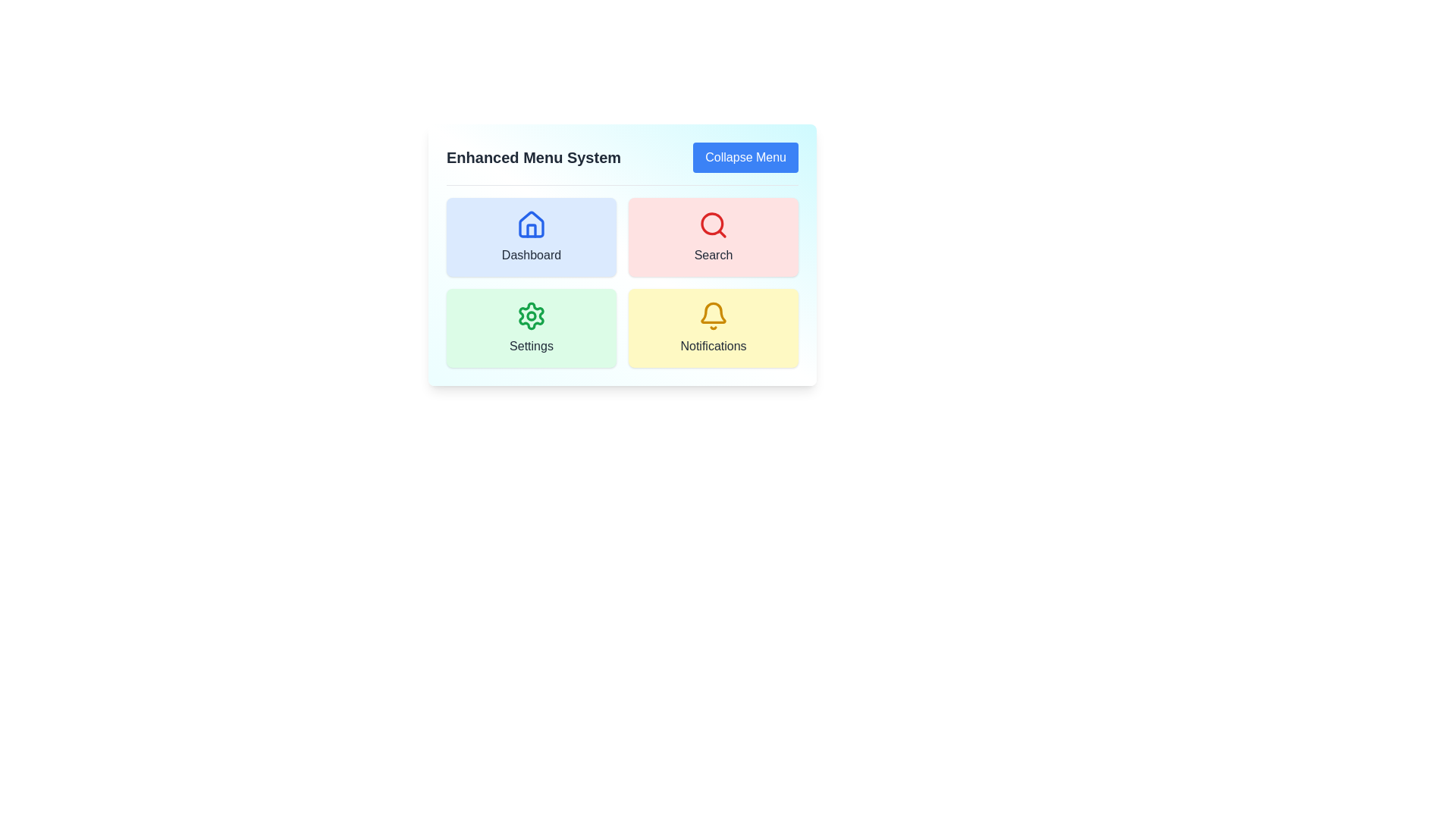 The width and height of the screenshot is (1456, 819). What do you see at coordinates (712, 225) in the screenshot?
I see `the 'Search' icon located in the second row, second column of a 2x2 grid layout, which is part of a pink rectangular button above the 'Search' text label` at bounding box center [712, 225].